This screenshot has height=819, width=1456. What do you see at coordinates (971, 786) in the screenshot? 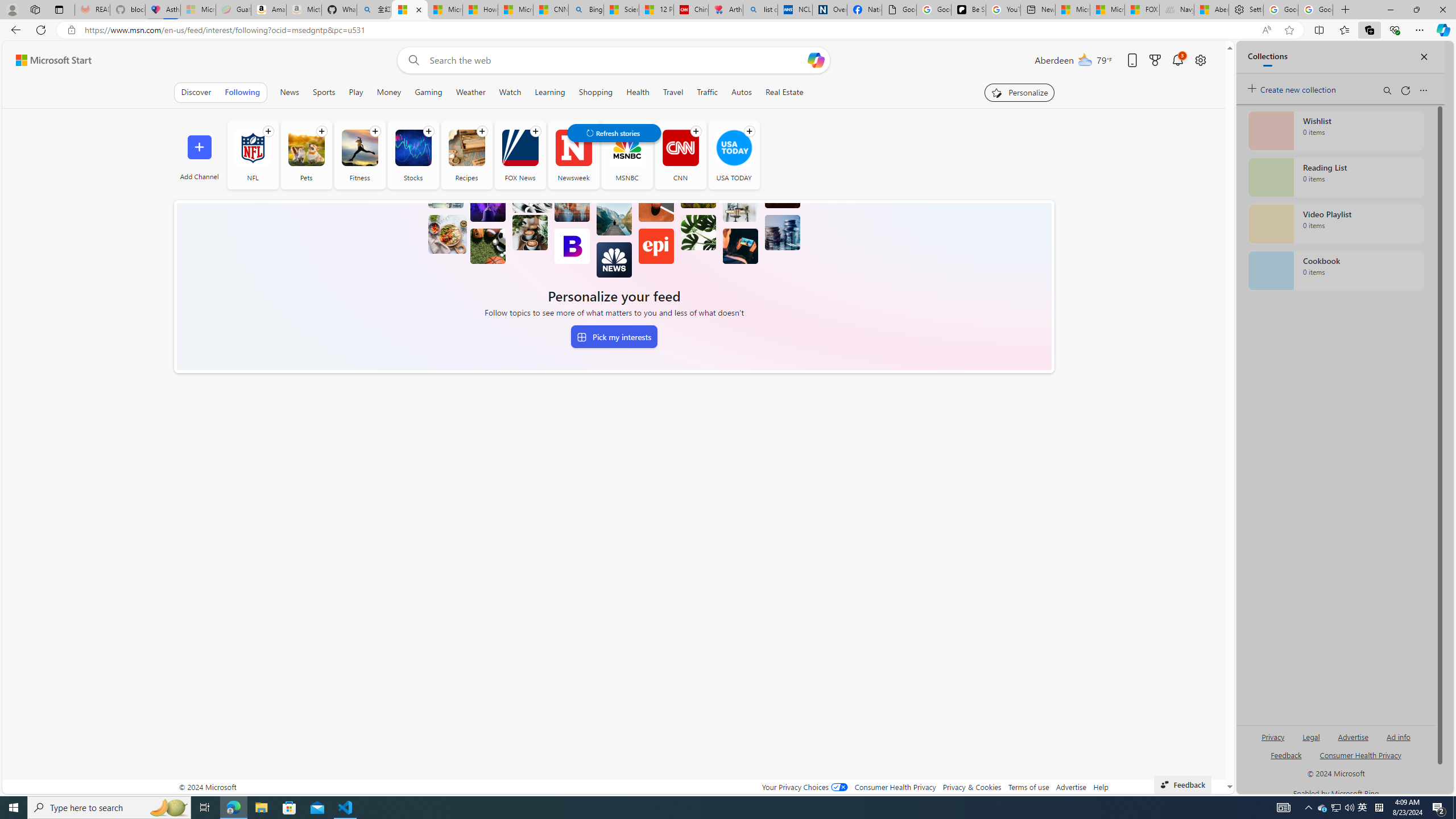
I see `'Privacy & Cookies'` at bounding box center [971, 786].